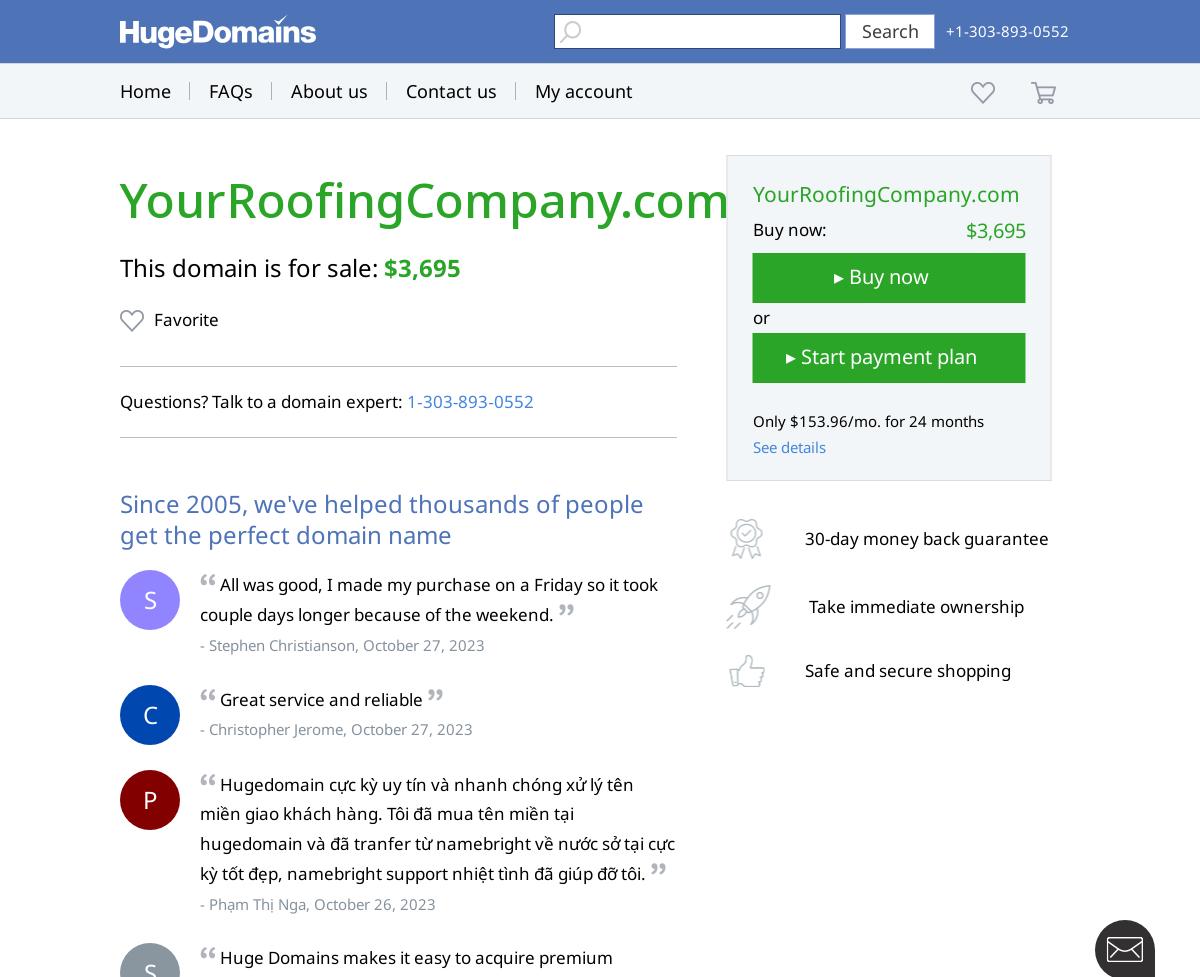 The width and height of the screenshot is (1200, 977). I want to click on '- Stephen Christianson, October 27, 2023', so click(342, 643).